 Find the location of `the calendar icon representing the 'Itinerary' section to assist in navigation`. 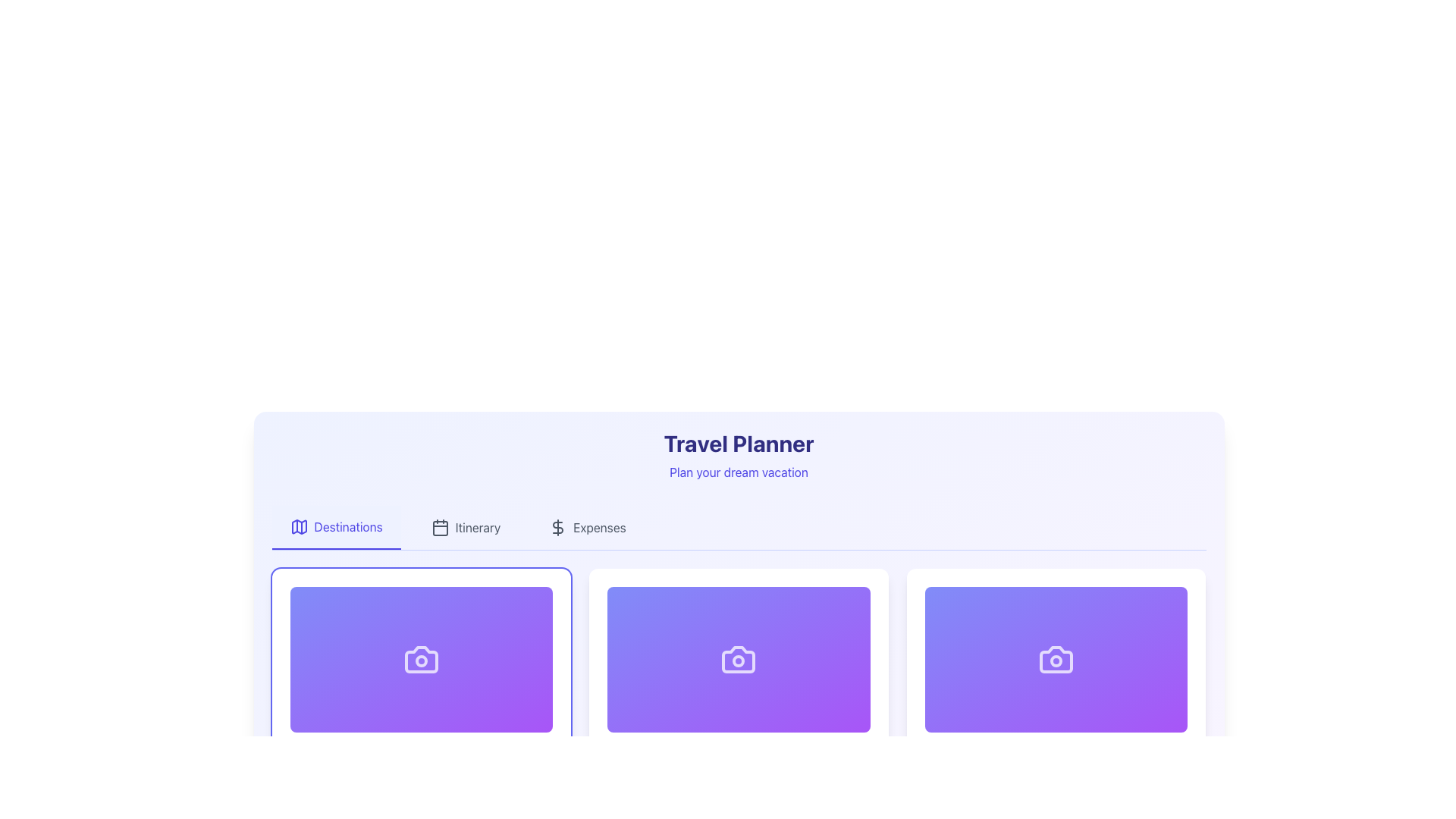

the calendar icon representing the 'Itinerary' section to assist in navigation is located at coordinates (439, 526).